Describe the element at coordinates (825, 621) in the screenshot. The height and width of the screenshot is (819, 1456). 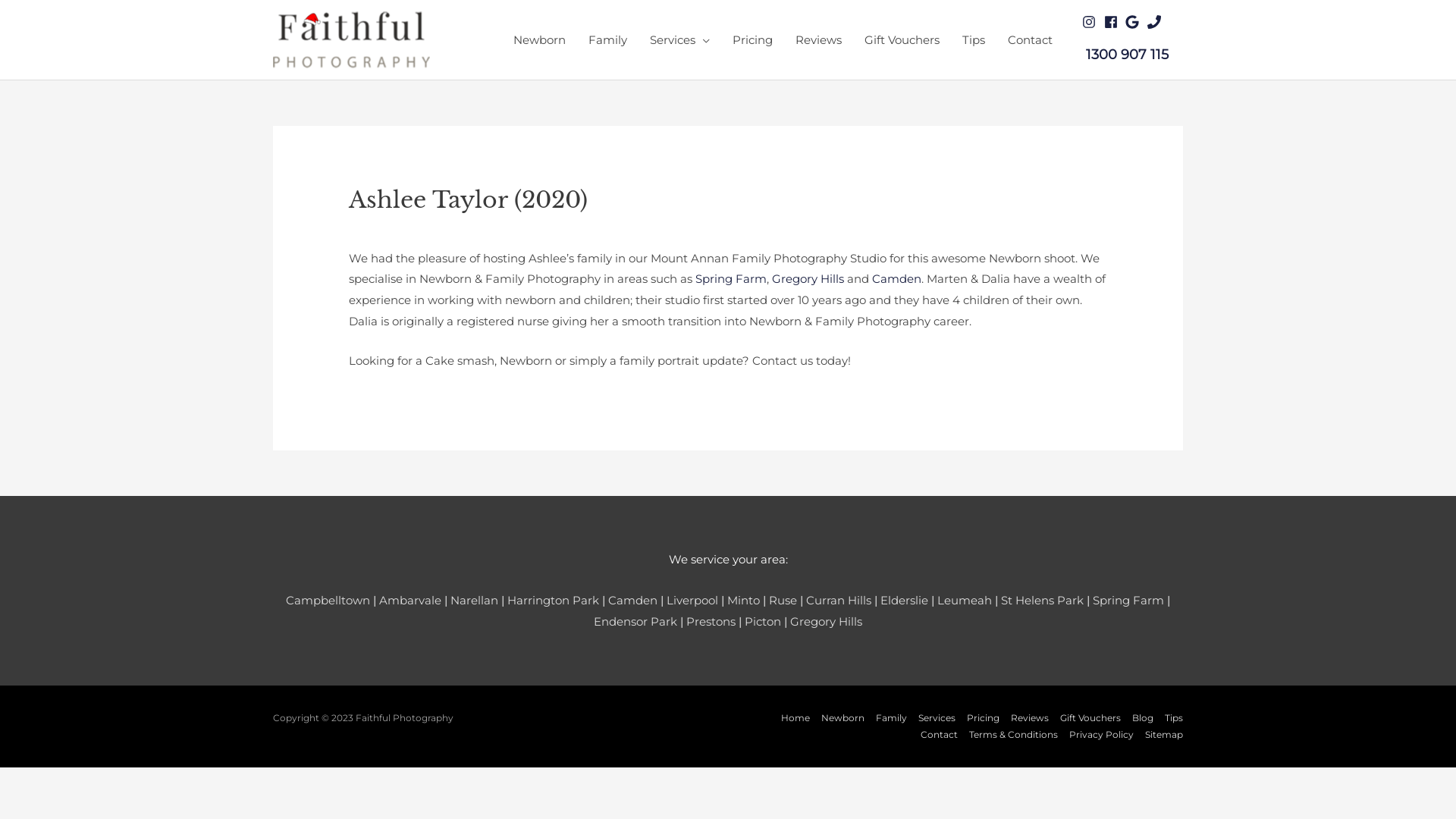
I see `'Gregory Hills'` at that location.